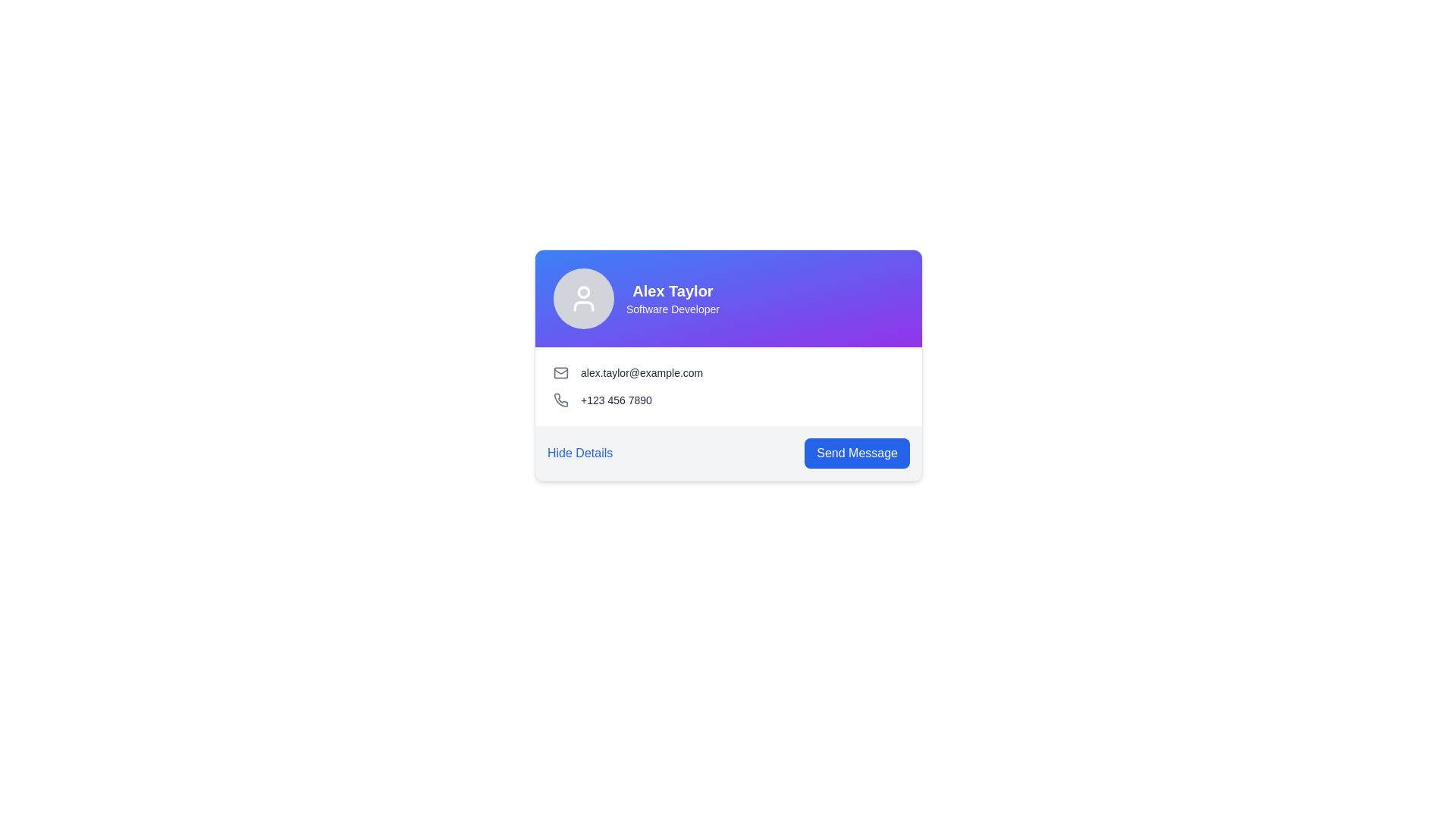 This screenshot has height=819, width=1456. What do you see at coordinates (672, 291) in the screenshot?
I see `the title text display element that indicates the name of the individual on the card, located in the top-left quadrant of the card` at bounding box center [672, 291].